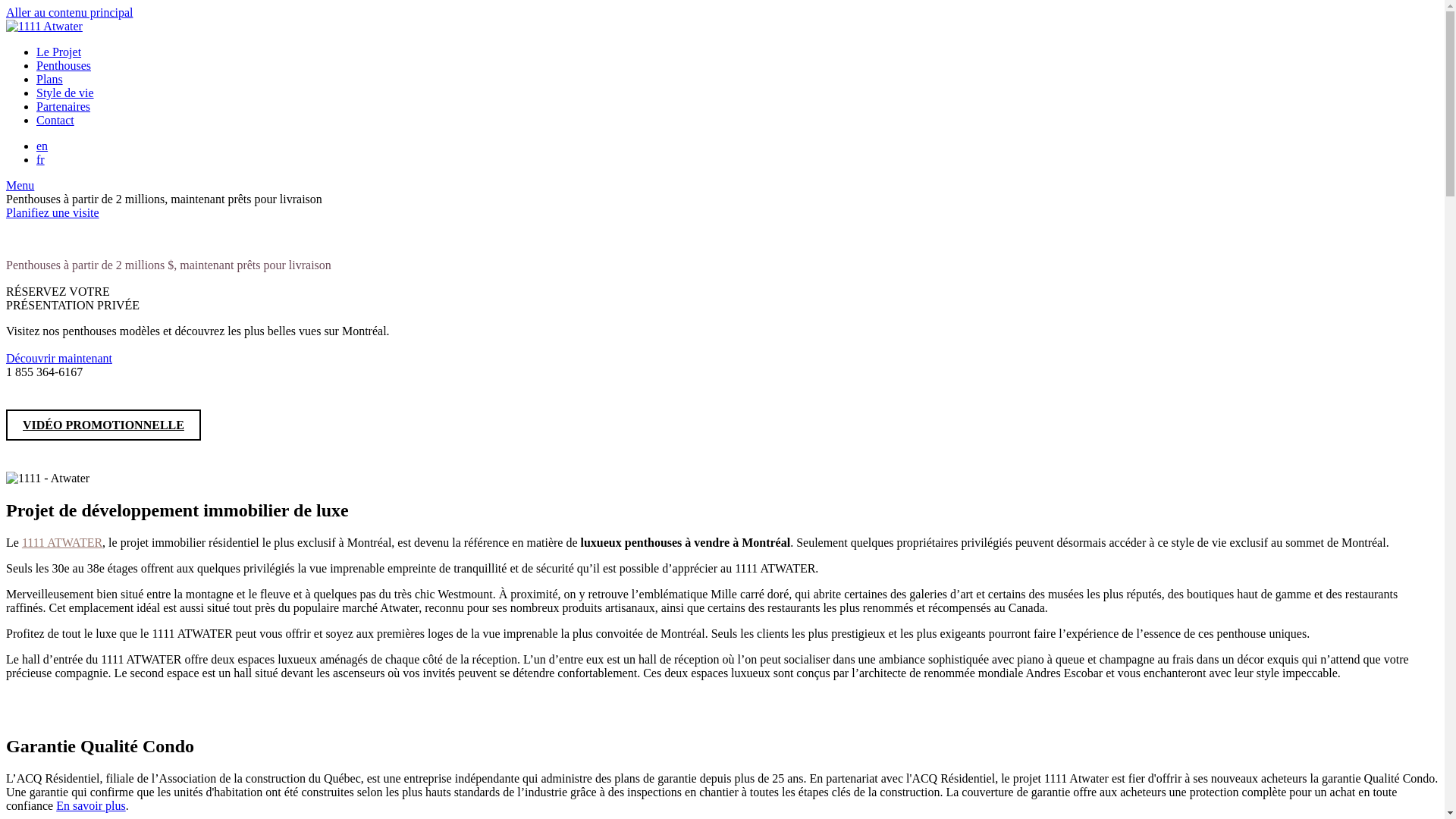 This screenshot has width=1456, height=819. What do you see at coordinates (62, 105) in the screenshot?
I see `'Partenaires'` at bounding box center [62, 105].